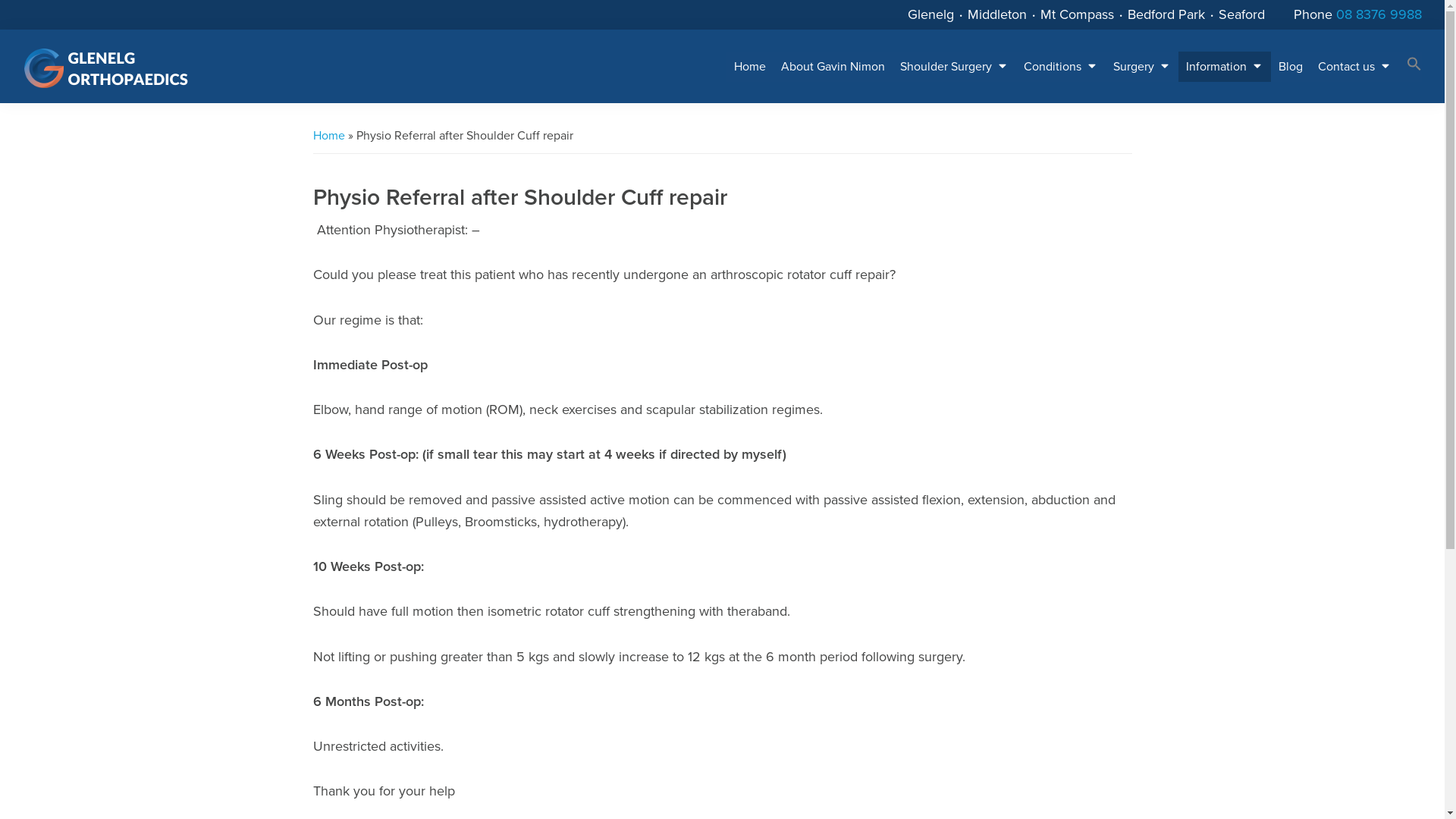  Describe the element at coordinates (1076, 14) in the screenshot. I see `'Mt Compass'` at that location.